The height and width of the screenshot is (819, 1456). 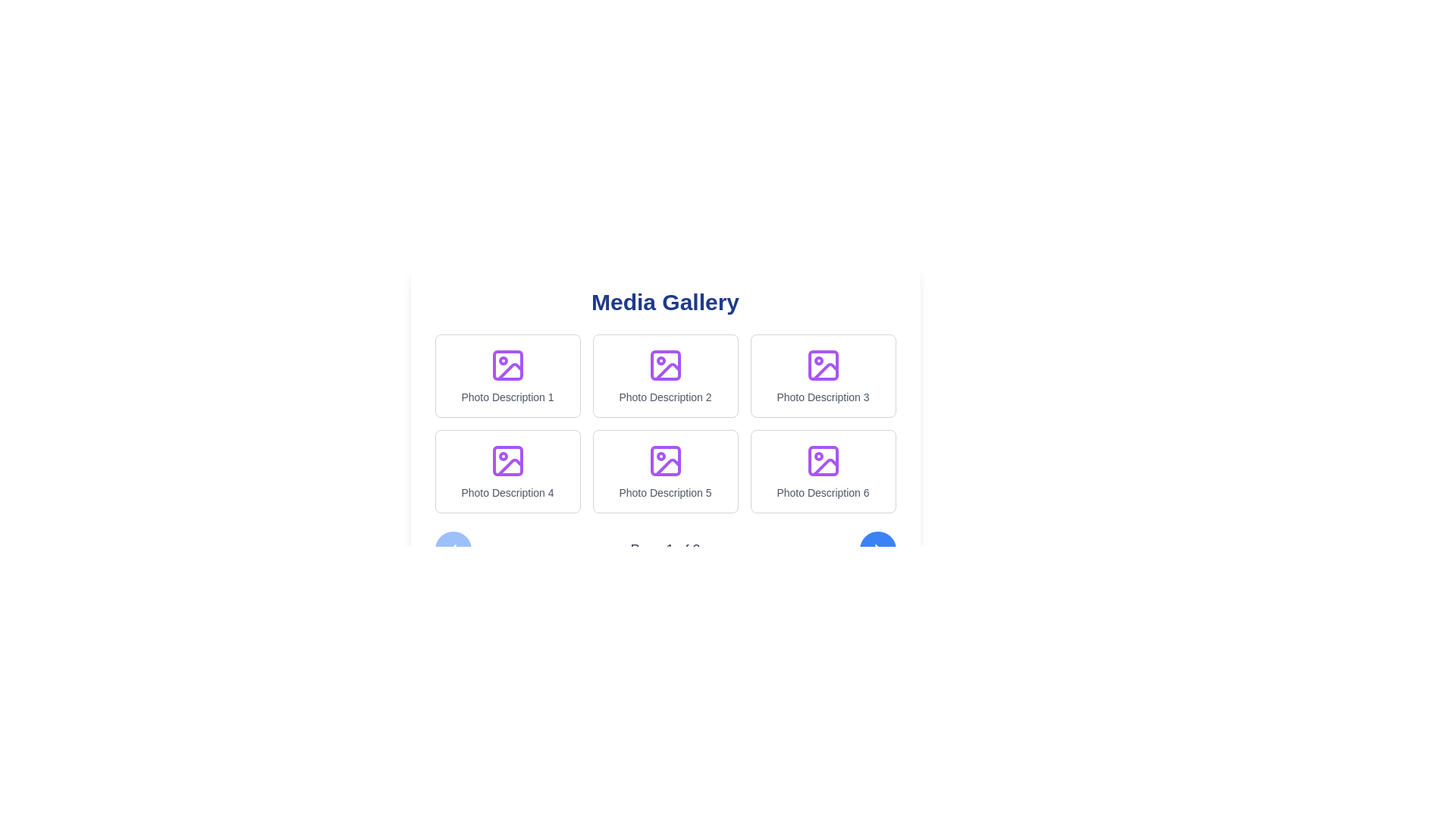 I want to click on the text label located centrally below the image icon in the first card of the 'Media Gallery' section, so click(x=507, y=397).